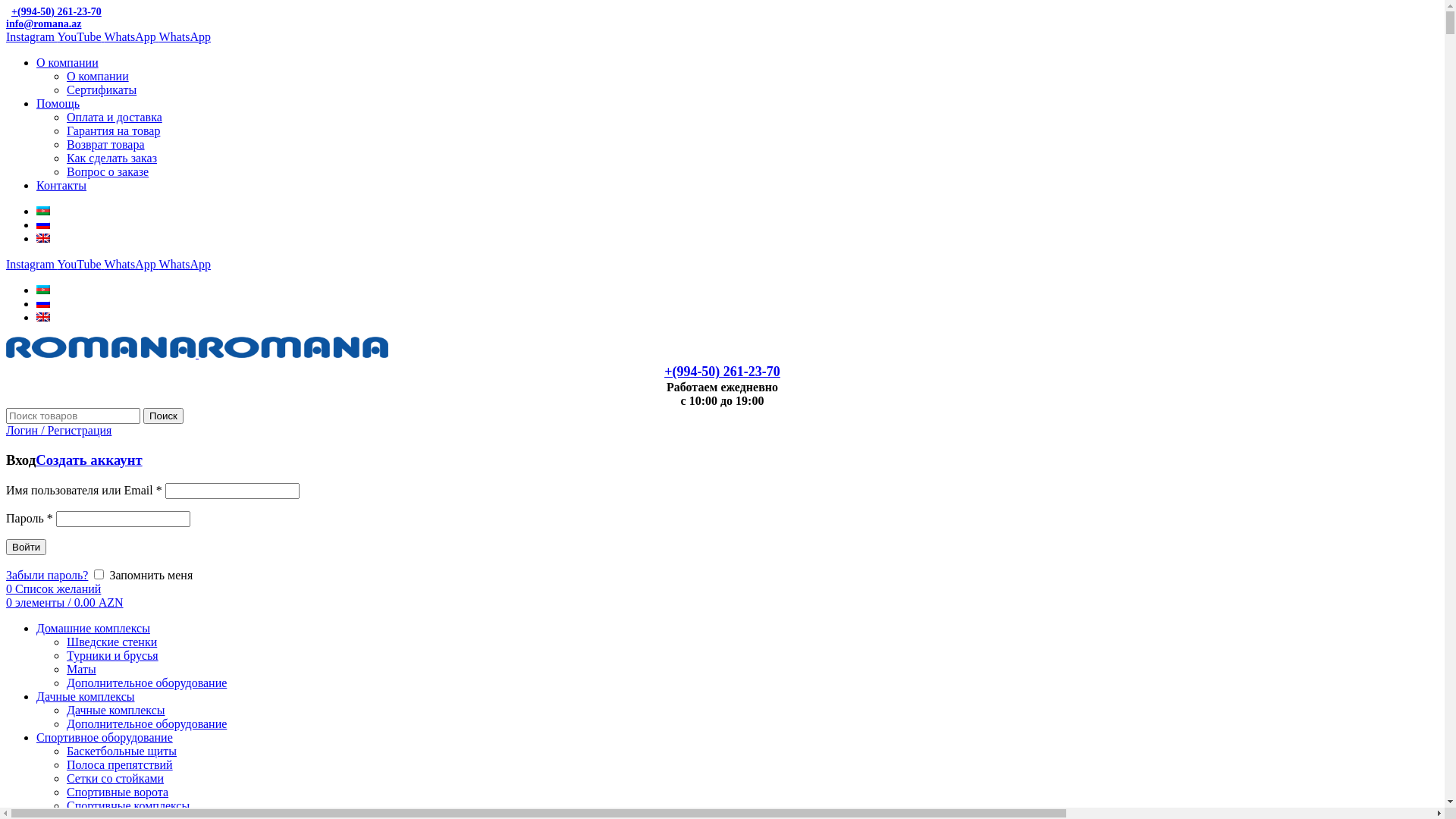 The image size is (1456, 819). Describe the element at coordinates (184, 36) in the screenshot. I see `'WhatsApp'` at that location.